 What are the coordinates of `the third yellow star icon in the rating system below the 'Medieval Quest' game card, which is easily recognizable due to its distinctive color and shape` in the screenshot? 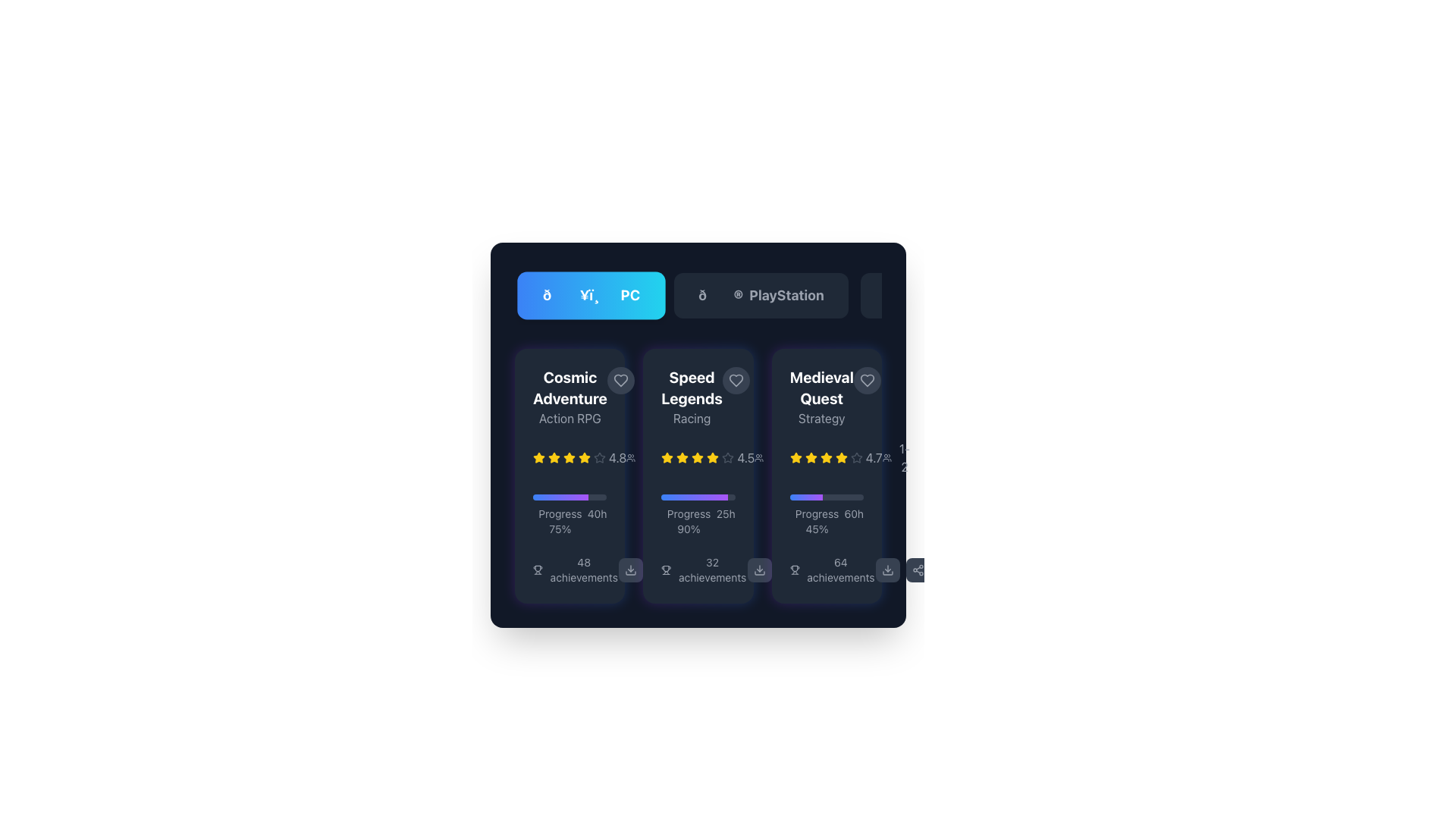 It's located at (840, 457).